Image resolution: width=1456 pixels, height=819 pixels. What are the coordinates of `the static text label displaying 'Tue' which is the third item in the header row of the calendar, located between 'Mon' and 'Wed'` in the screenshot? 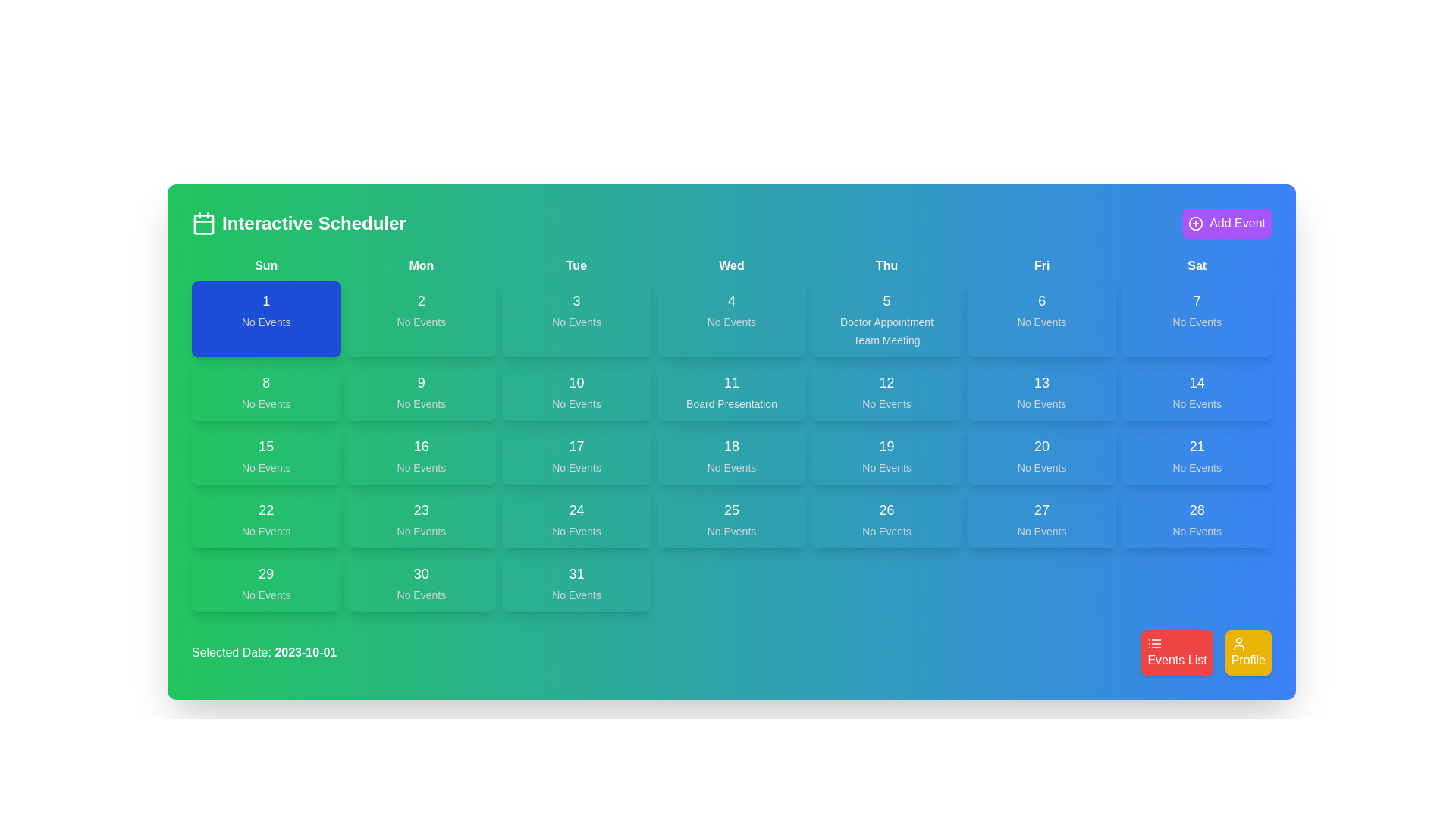 It's located at (576, 265).